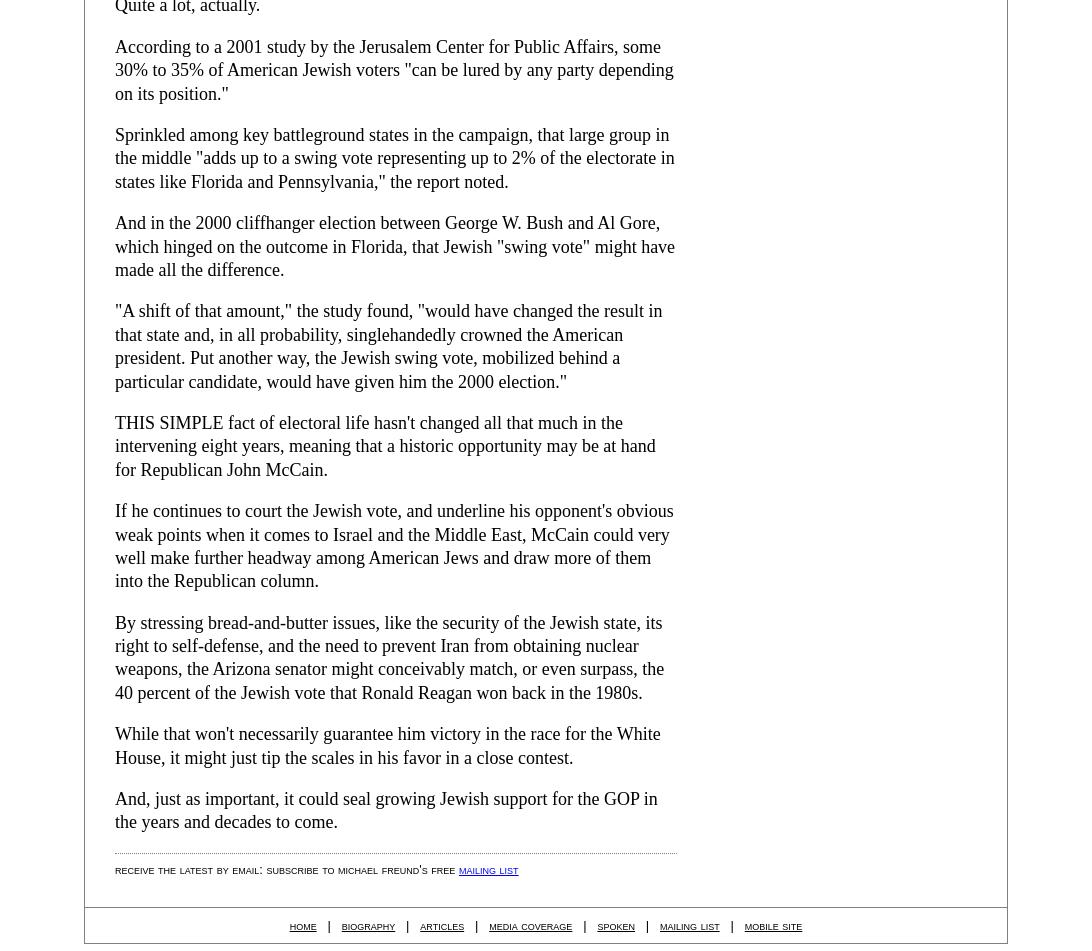 The image size is (1092, 951). Describe the element at coordinates (289, 923) in the screenshot. I see `'home'` at that location.